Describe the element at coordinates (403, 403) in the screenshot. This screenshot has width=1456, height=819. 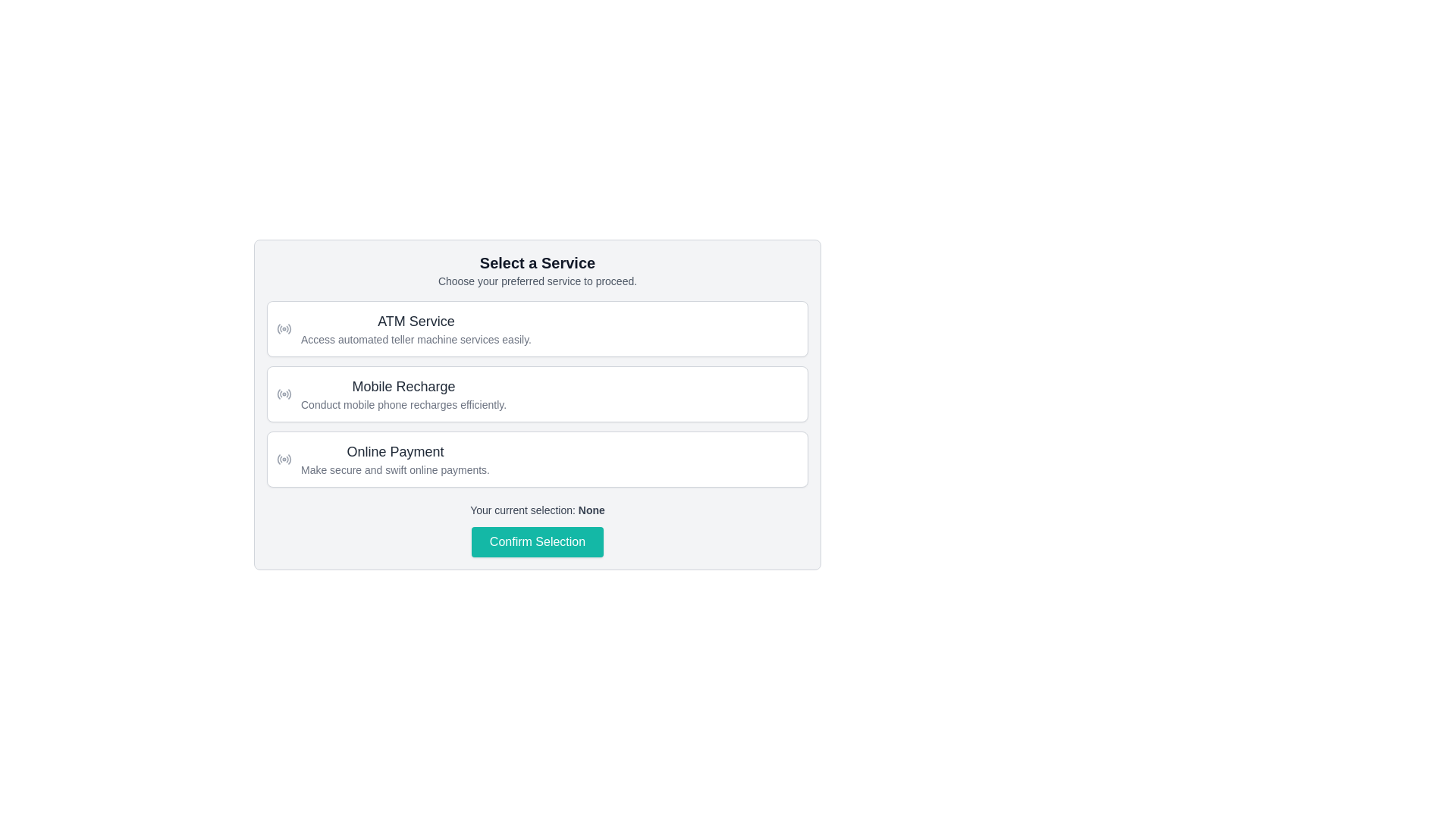
I see `the descriptive text element located below the 'Mobile Recharge' title within the selection card, which provides information about the 'Mobile Recharge' service` at that location.